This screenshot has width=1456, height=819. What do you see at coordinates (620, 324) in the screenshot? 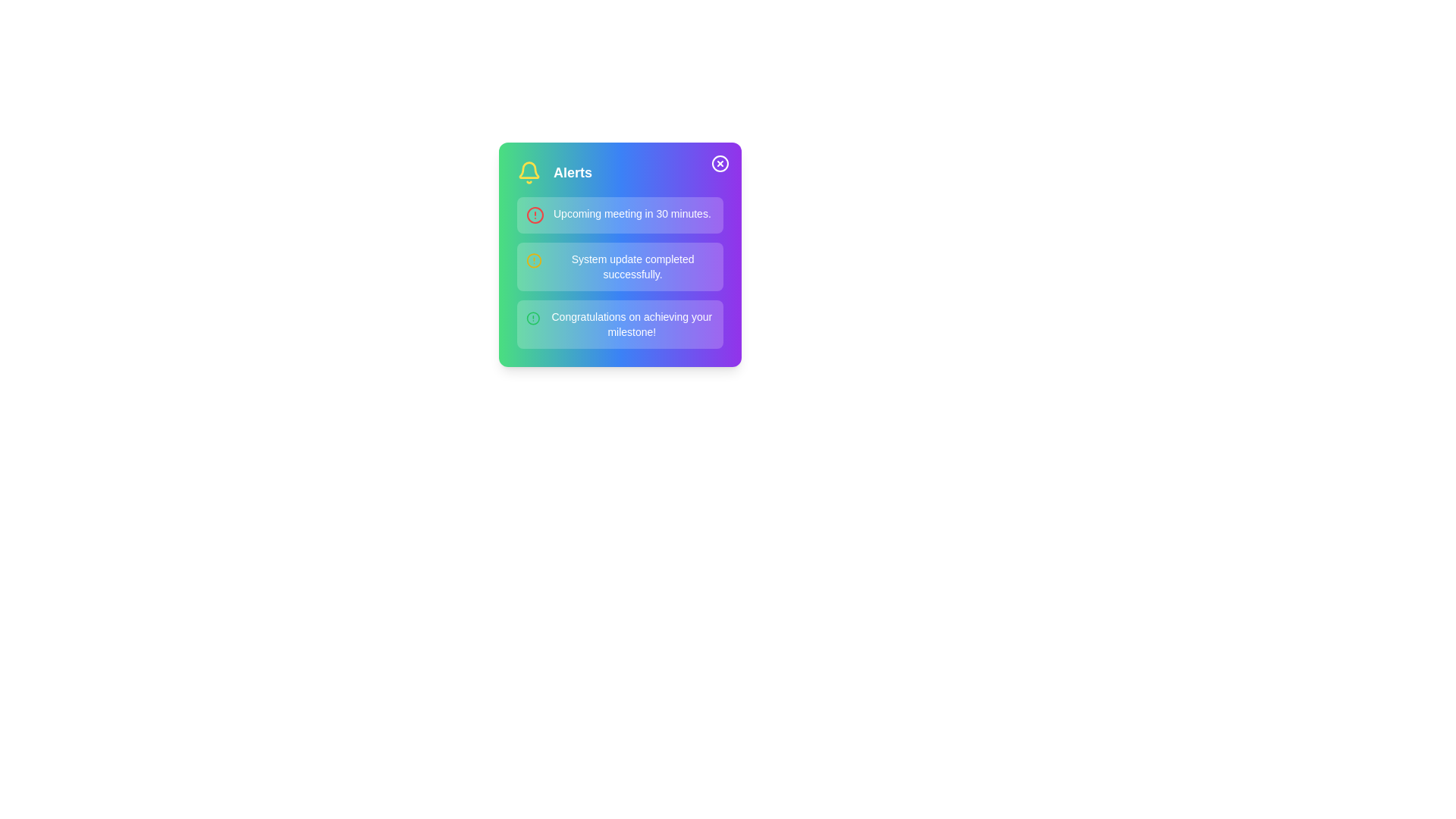
I see `the third notification in the 'Alerts' panel, which serves as a milestone notification and is designed for informational purposes` at bounding box center [620, 324].